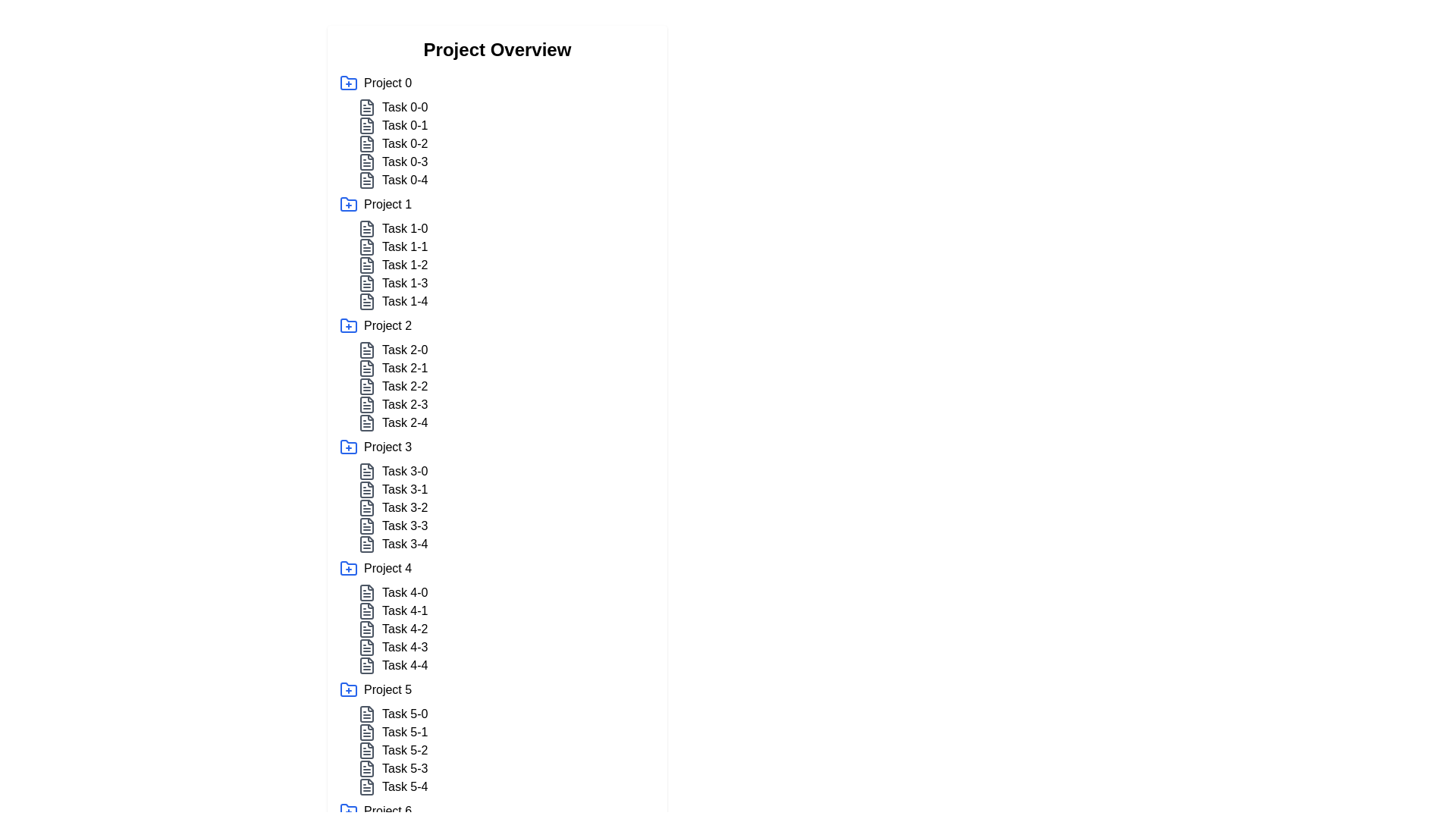 The image size is (1456, 819). I want to click on the task document icon associated with 'Task 1-0' under 'Project 1', so click(367, 228).